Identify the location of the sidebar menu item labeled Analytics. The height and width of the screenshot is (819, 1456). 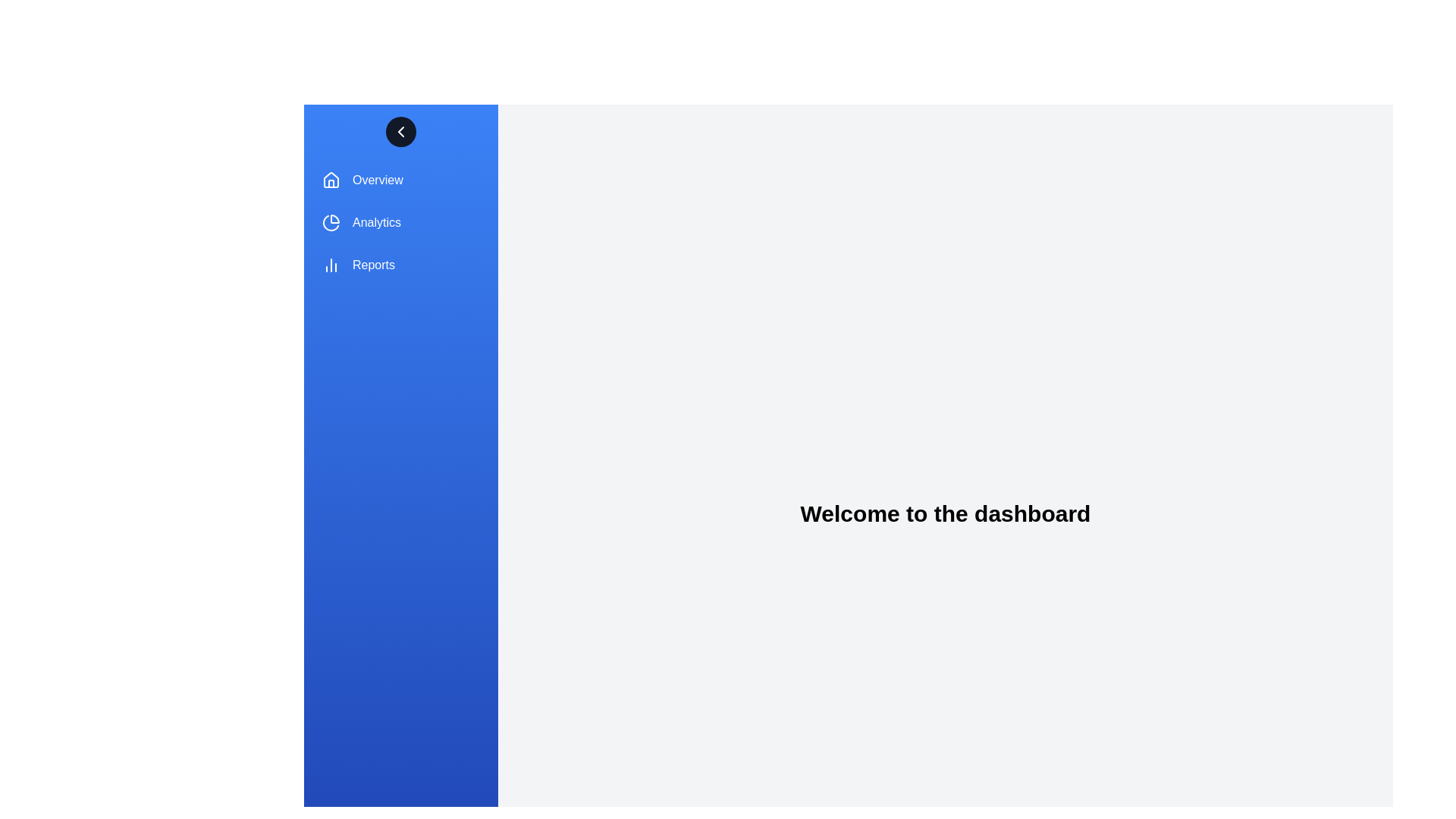
(400, 222).